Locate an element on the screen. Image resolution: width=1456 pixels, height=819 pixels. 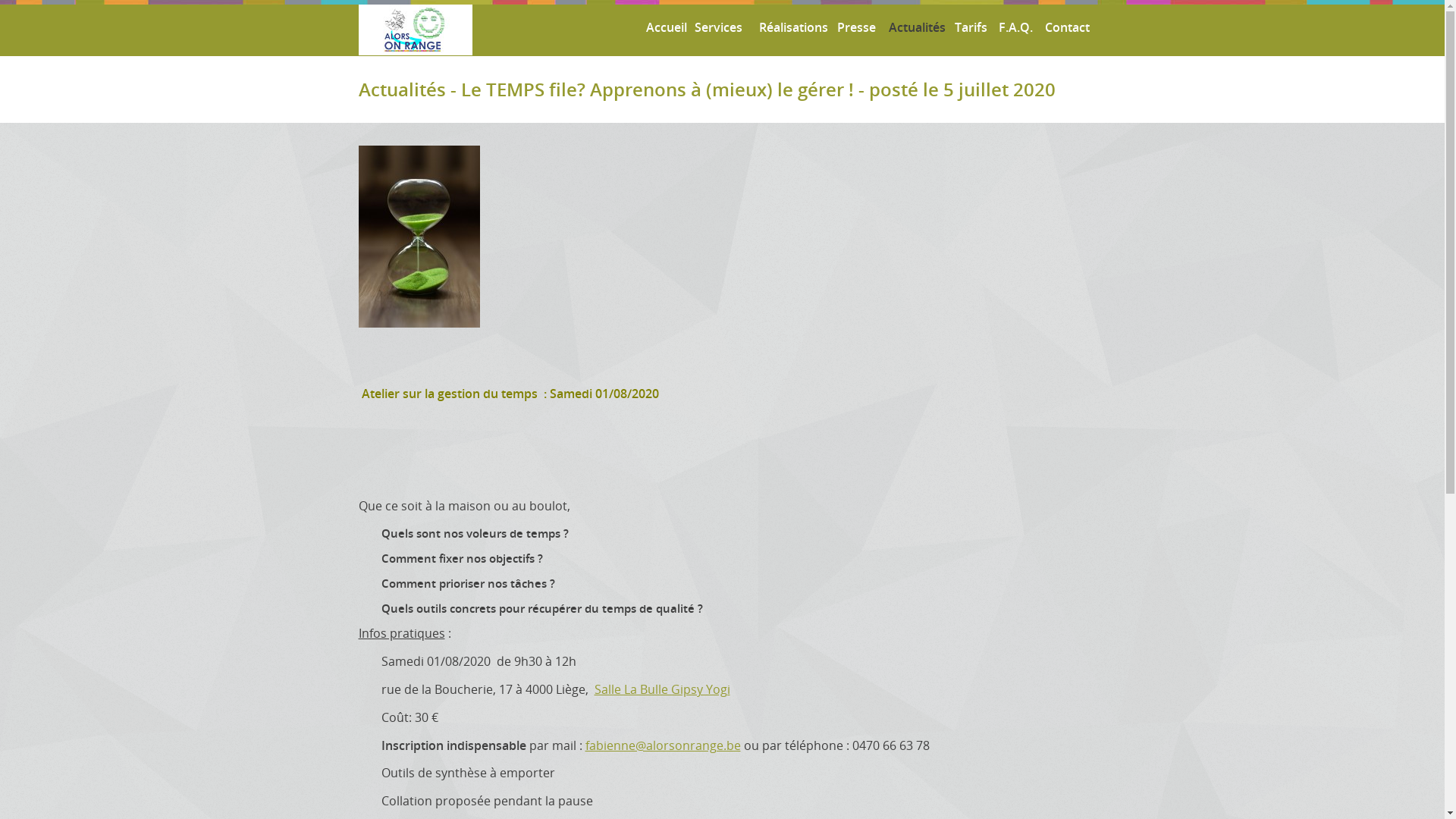
'Tarifs' is located at coordinates (968, 27).